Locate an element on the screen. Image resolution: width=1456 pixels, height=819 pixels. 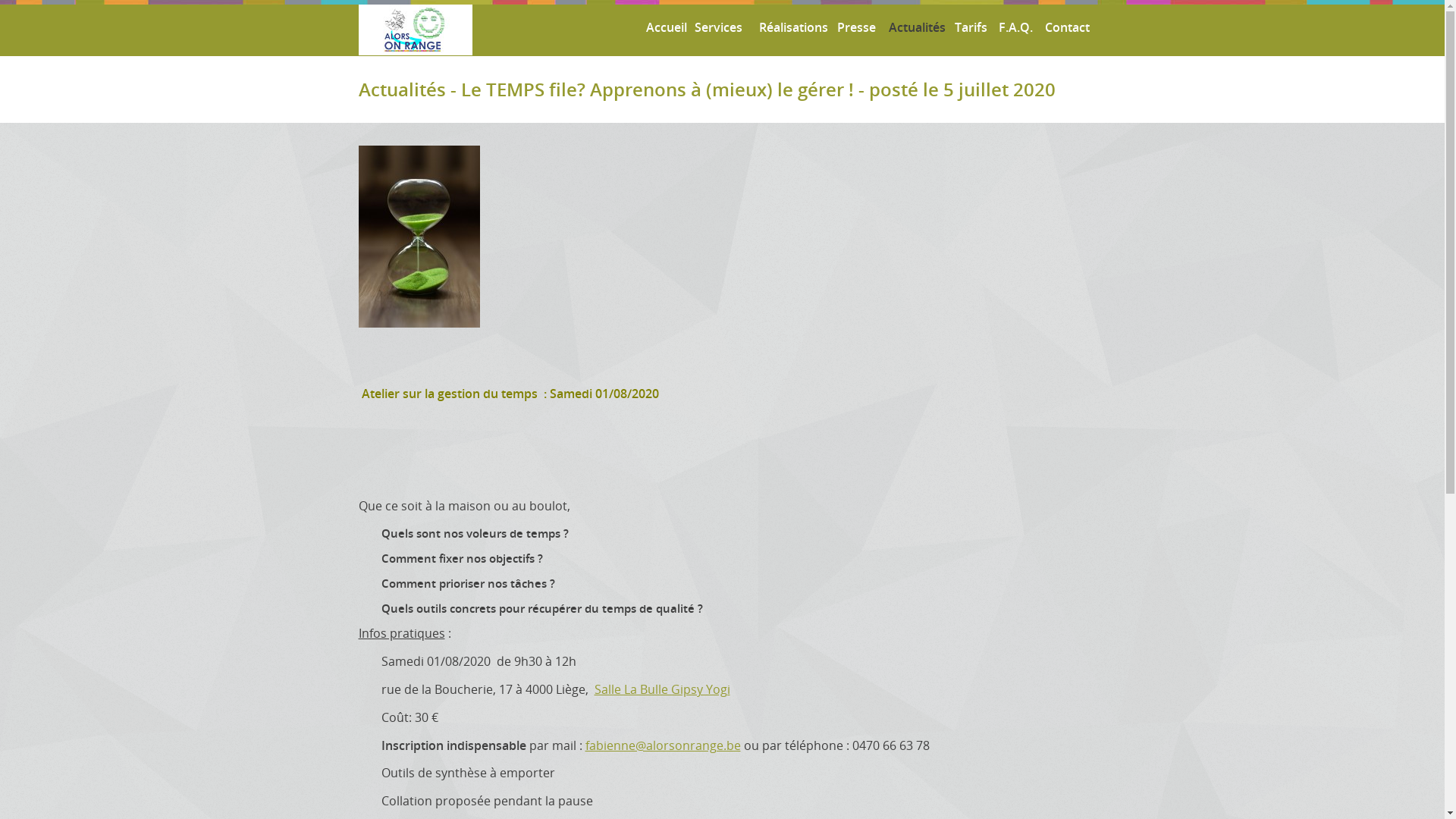
'Tarifs' is located at coordinates (968, 27).